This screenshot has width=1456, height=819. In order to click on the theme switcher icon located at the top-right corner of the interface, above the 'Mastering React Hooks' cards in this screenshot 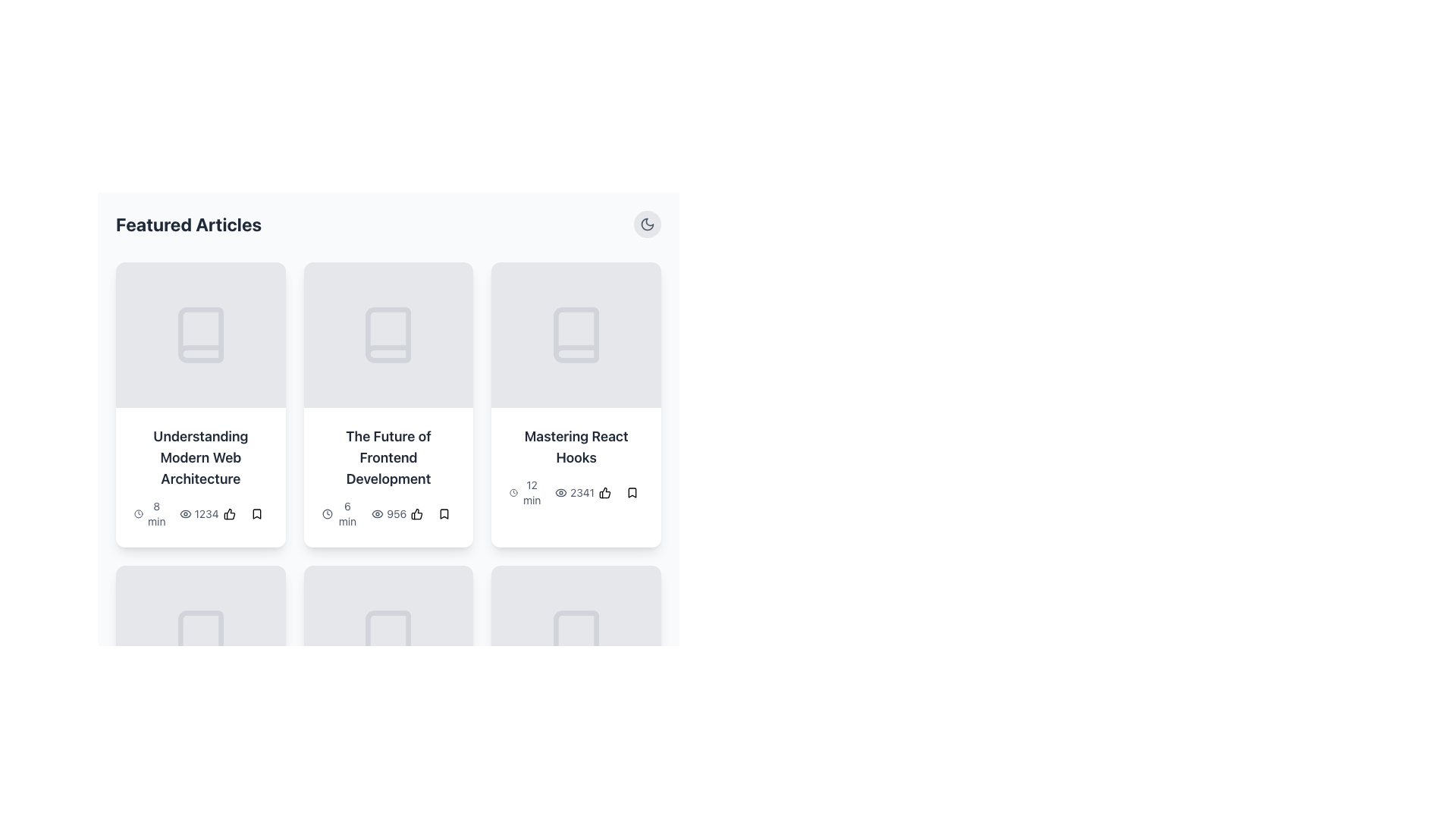, I will do `click(648, 224)`.